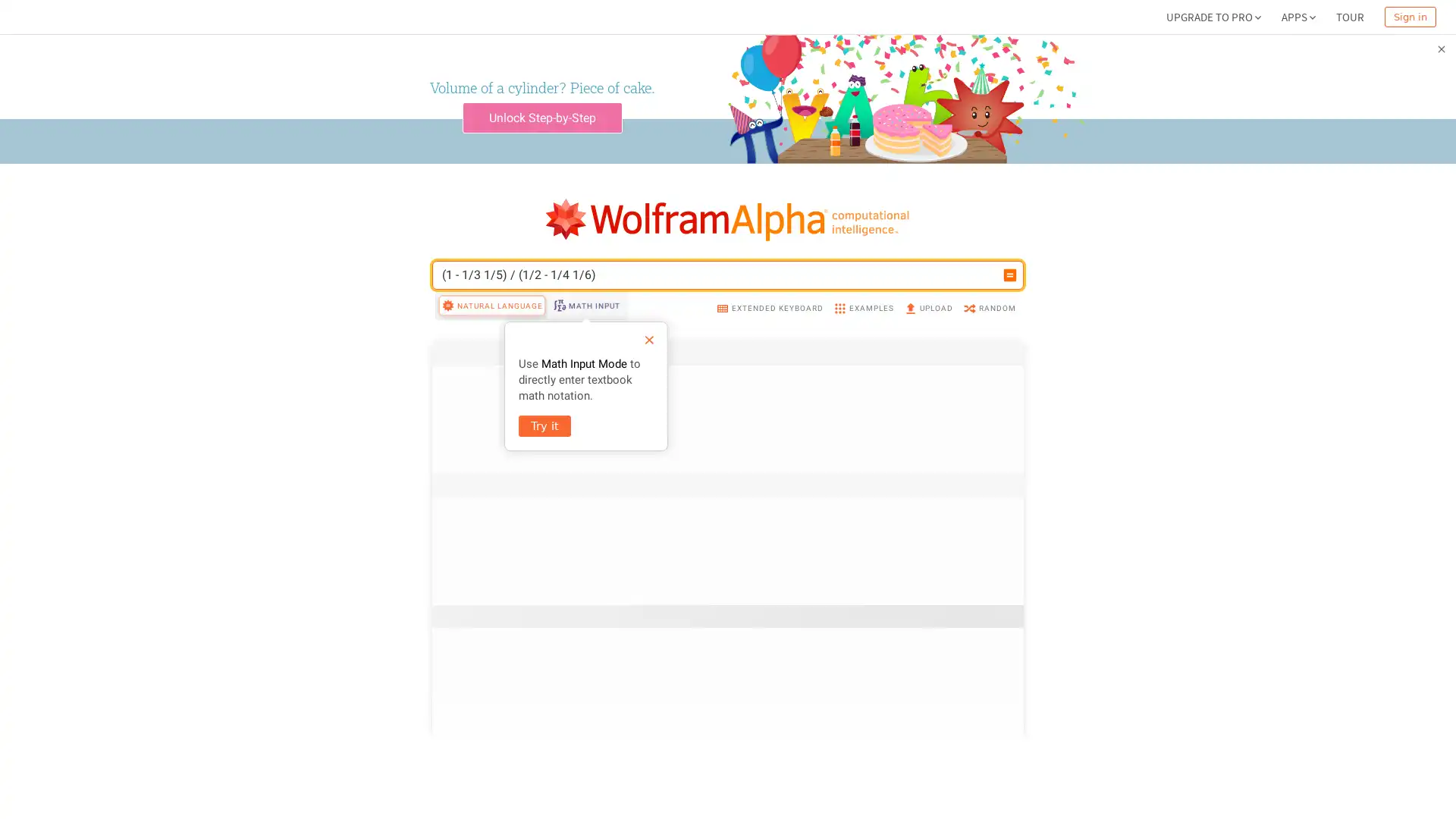 Image resolution: width=1456 pixels, height=819 pixels. Describe the element at coordinates (927, 307) in the screenshot. I see `UPLOAD` at that location.